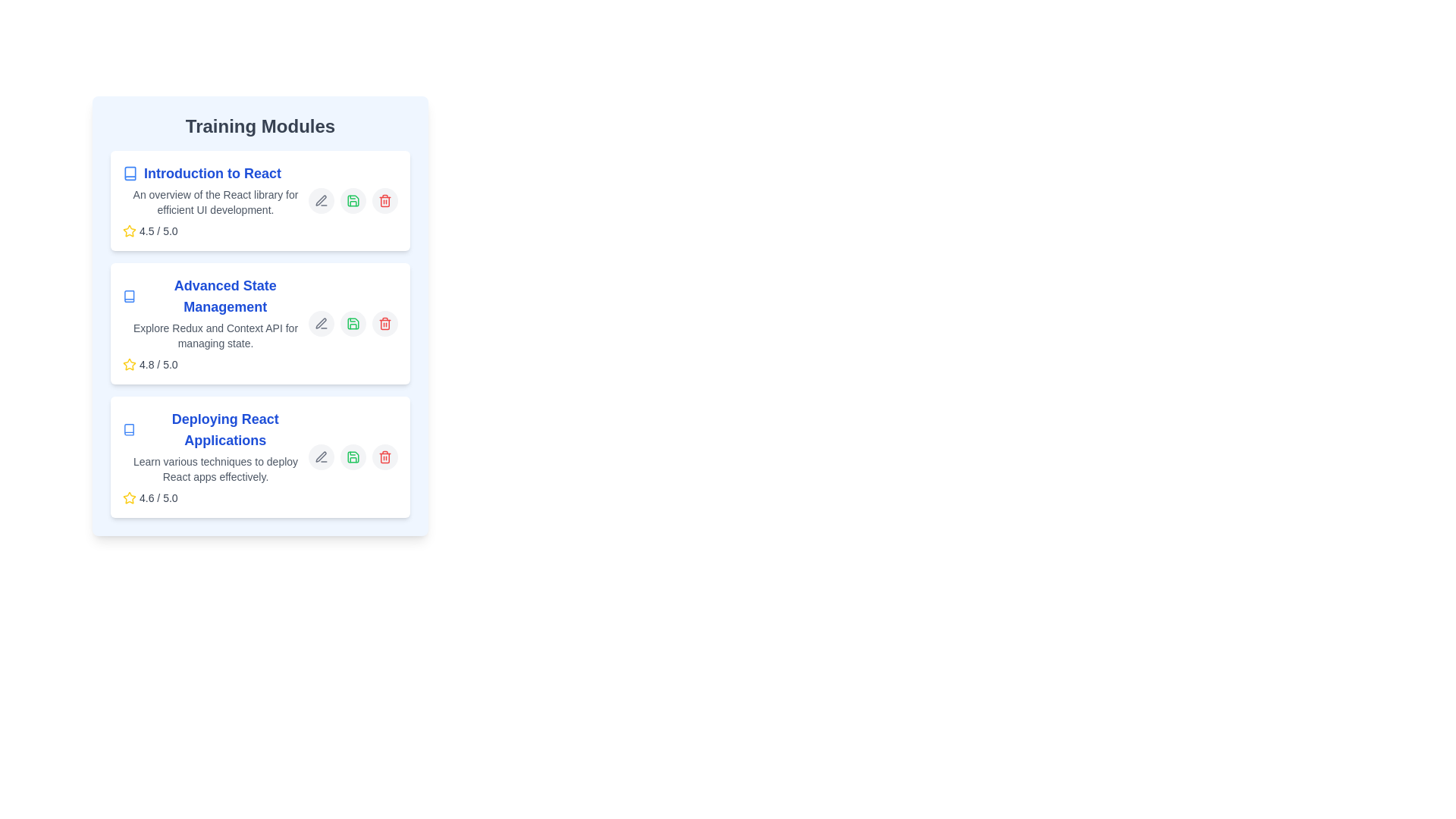 This screenshot has width=1456, height=819. Describe the element at coordinates (320, 323) in the screenshot. I see `the pen icon button representing the edit function in the 'Advanced State Management' module` at that location.